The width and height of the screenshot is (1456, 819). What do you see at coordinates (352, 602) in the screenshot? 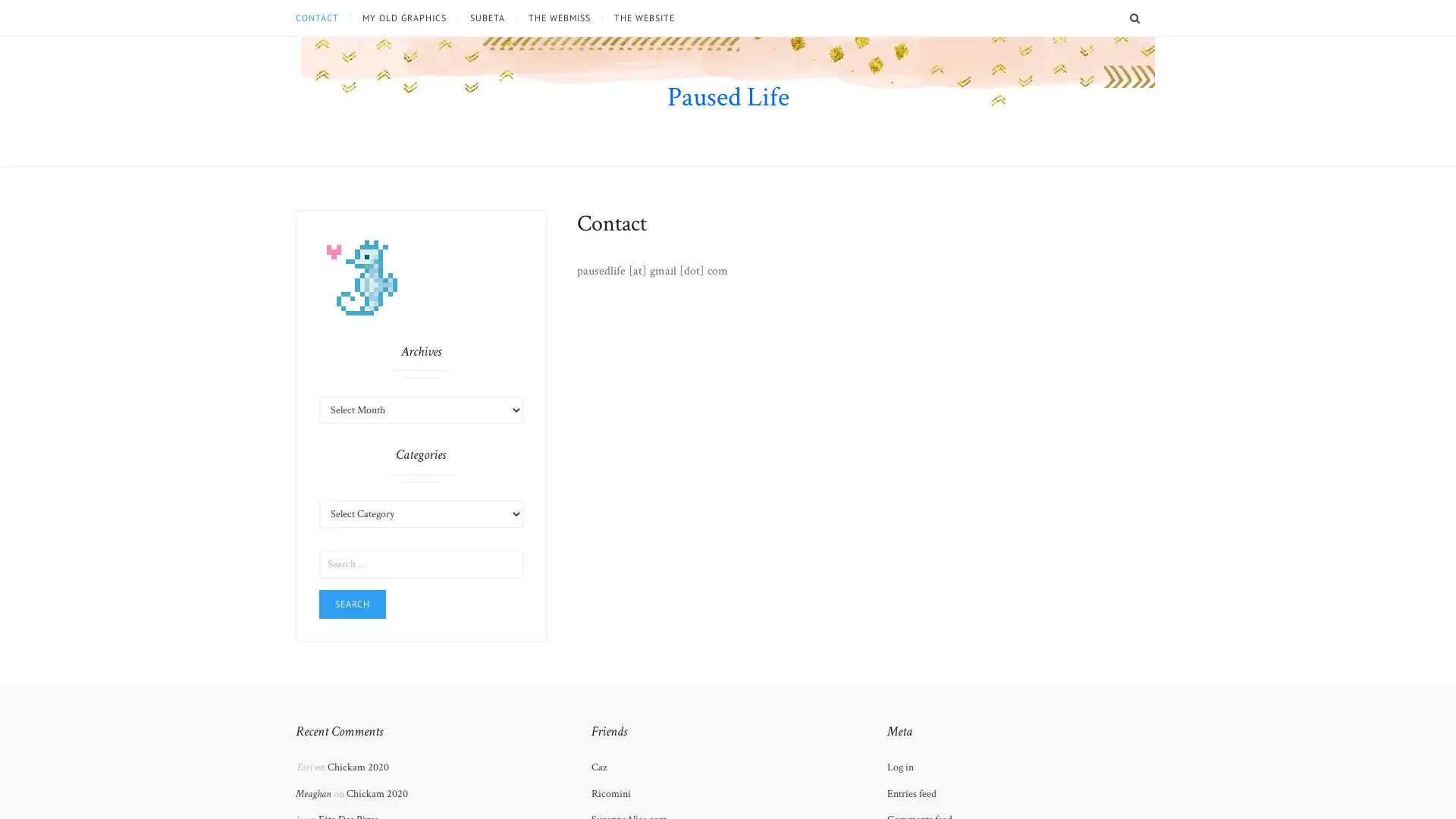
I see `Search` at bounding box center [352, 602].